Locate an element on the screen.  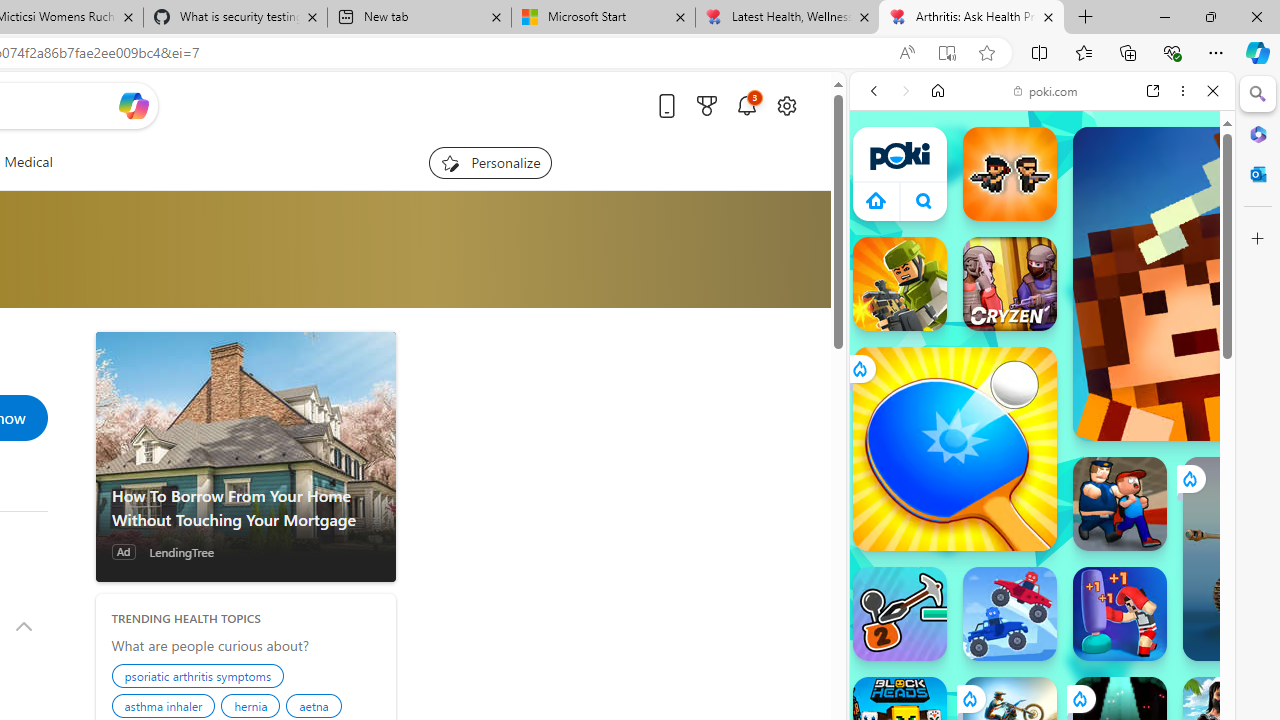
'Cryzen.io Cryzen.io' is located at coordinates (1009, 284).